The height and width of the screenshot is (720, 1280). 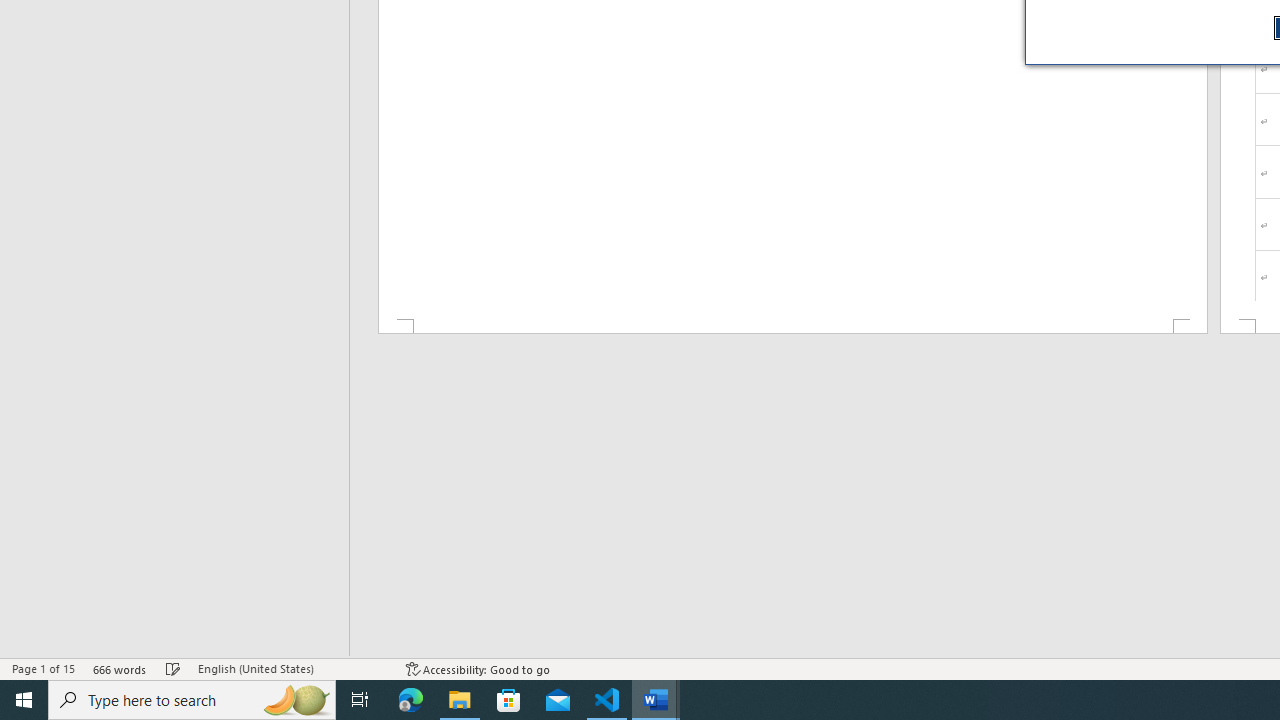 What do you see at coordinates (24, 698) in the screenshot?
I see `'Start'` at bounding box center [24, 698].